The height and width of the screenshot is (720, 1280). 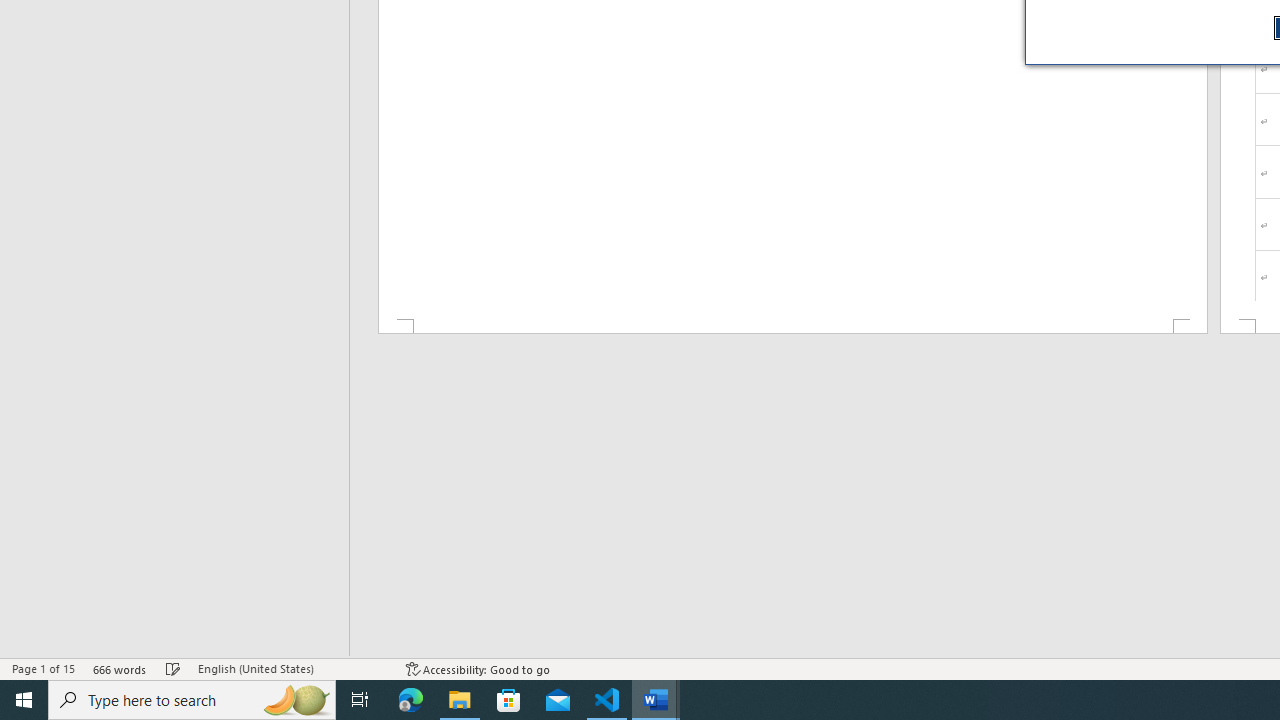 What do you see at coordinates (24, 698) in the screenshot?
I see `'Start'` at bounding box center [24, 698].